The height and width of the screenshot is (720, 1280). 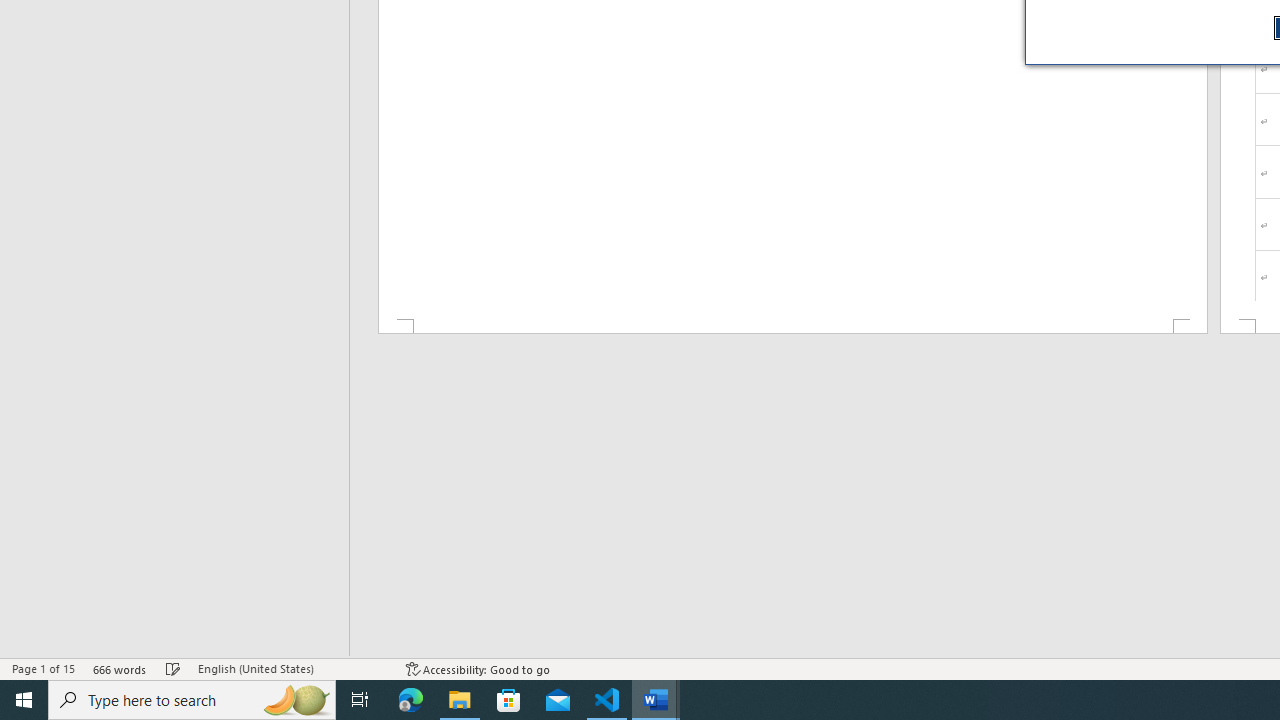 What do you see at coordinates (24, 698) in the screenshot?
I see `'Start'` at bounding box center [24, 698].